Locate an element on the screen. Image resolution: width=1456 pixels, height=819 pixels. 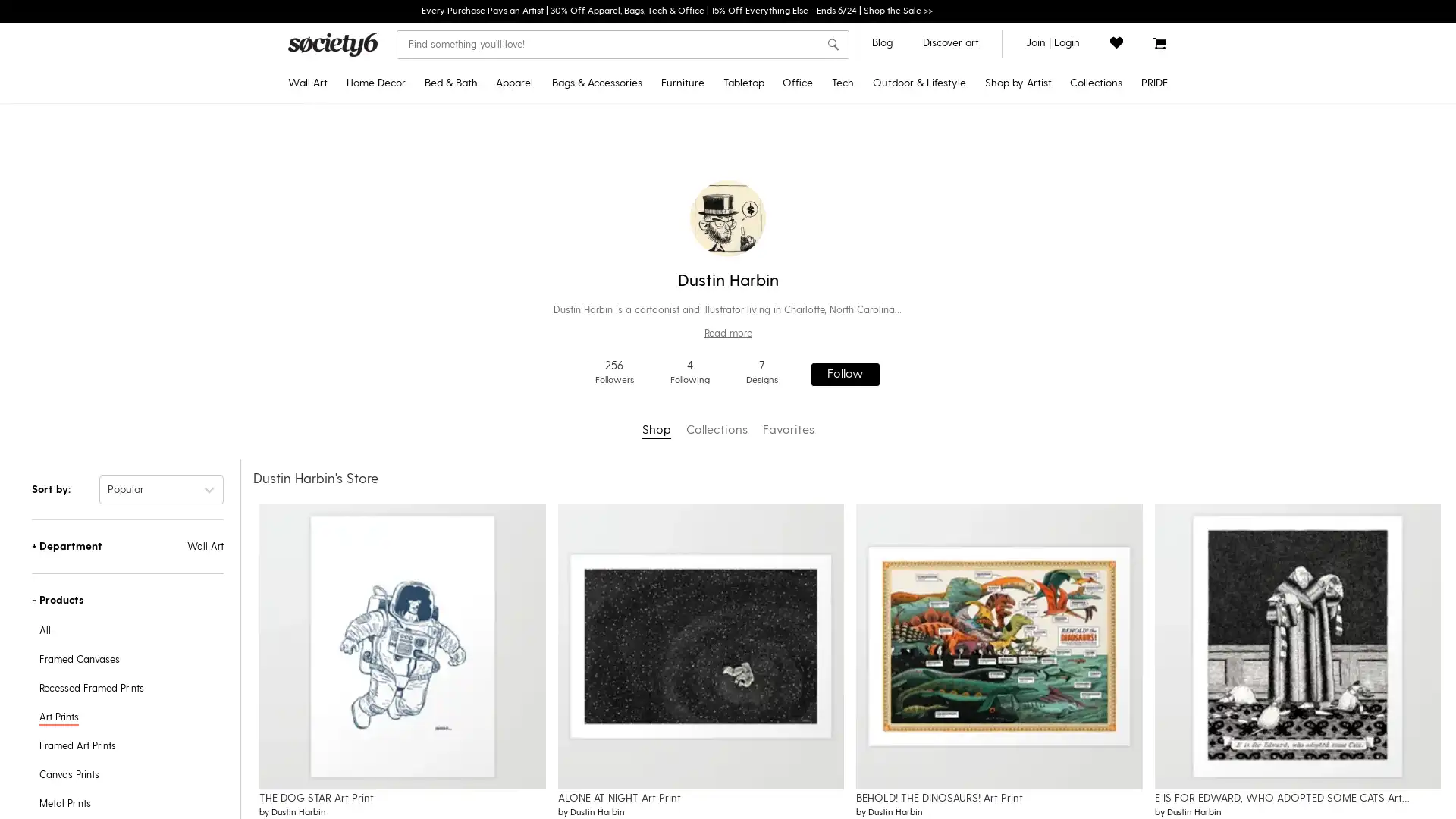
Laptop Skins is located at coordinates (896, 366).